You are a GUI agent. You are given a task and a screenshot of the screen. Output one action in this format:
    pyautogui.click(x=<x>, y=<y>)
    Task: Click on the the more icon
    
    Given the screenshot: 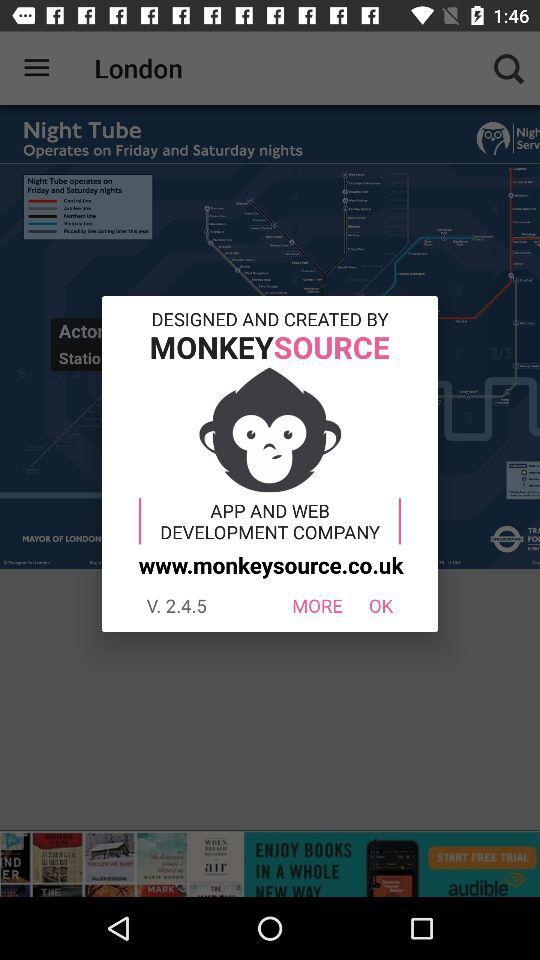 What is the action you would take?
    pyautogui.click(x=317, y=604)
    